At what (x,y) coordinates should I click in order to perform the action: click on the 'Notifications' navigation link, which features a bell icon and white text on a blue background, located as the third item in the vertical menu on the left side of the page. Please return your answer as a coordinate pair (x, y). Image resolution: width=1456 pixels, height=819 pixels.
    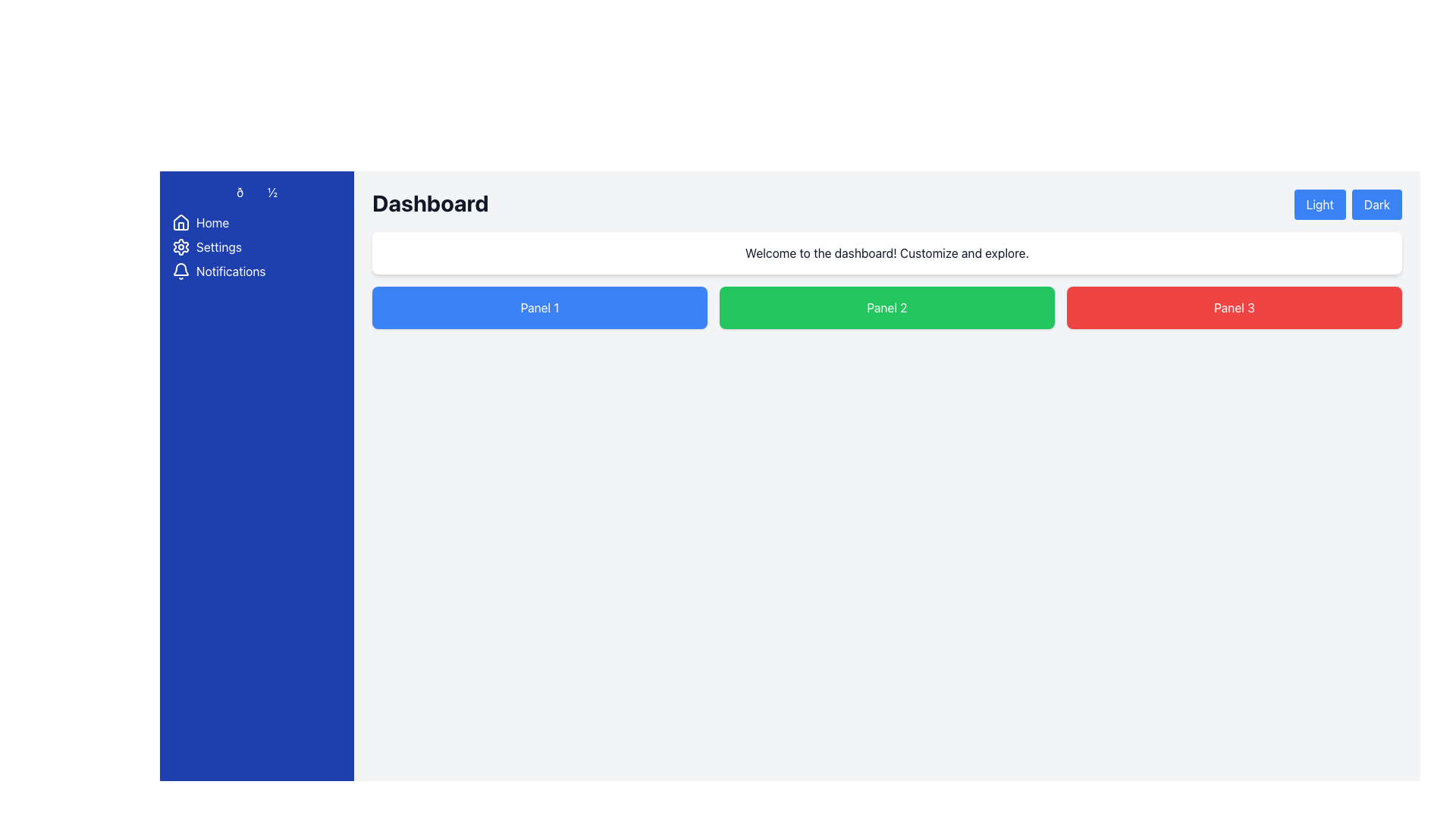
    Looking at the image, I should click on (257, 271).